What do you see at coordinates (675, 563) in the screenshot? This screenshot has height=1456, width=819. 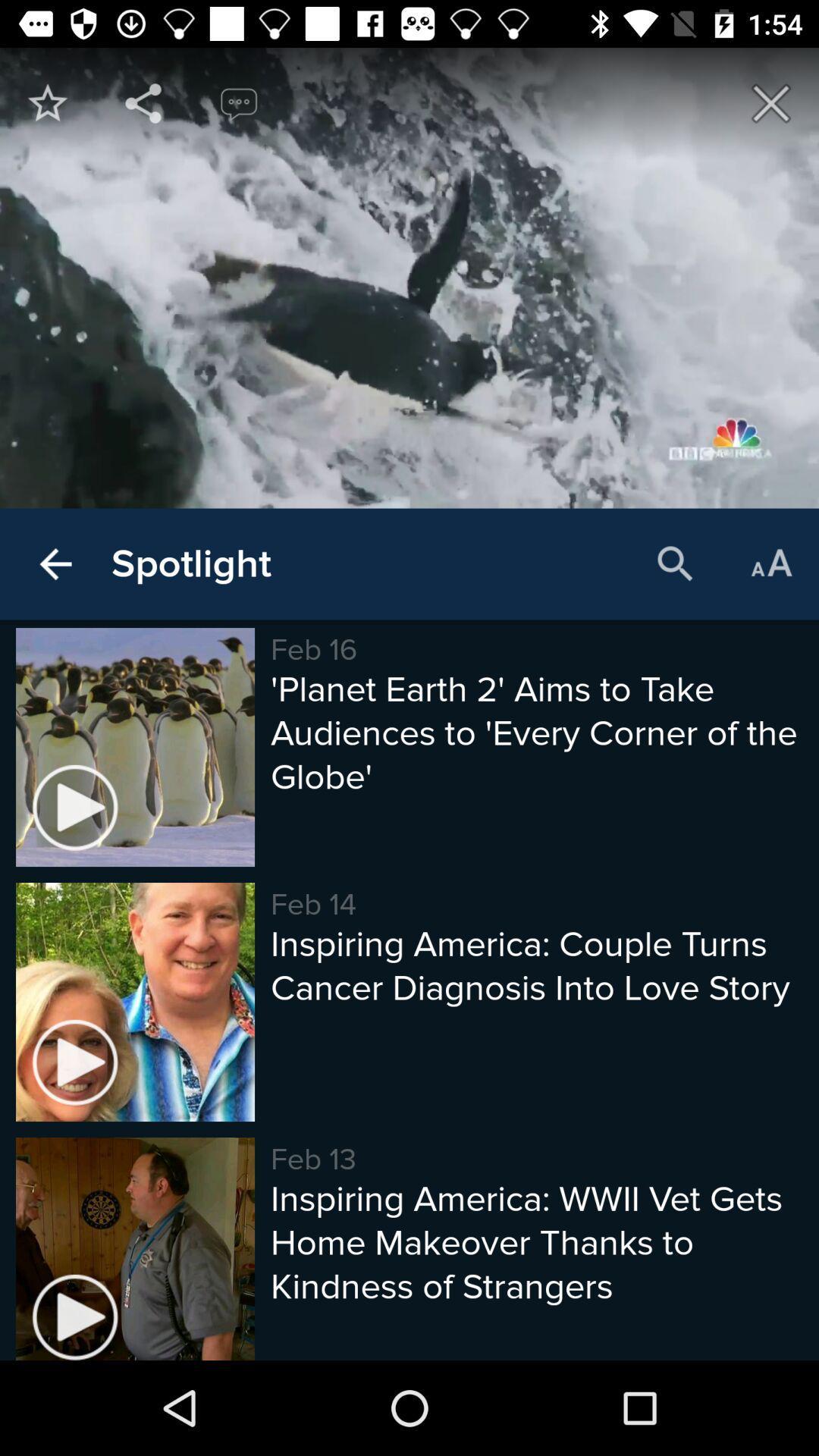 I see `item next to the spotlight` at bounding box center [675, 563].